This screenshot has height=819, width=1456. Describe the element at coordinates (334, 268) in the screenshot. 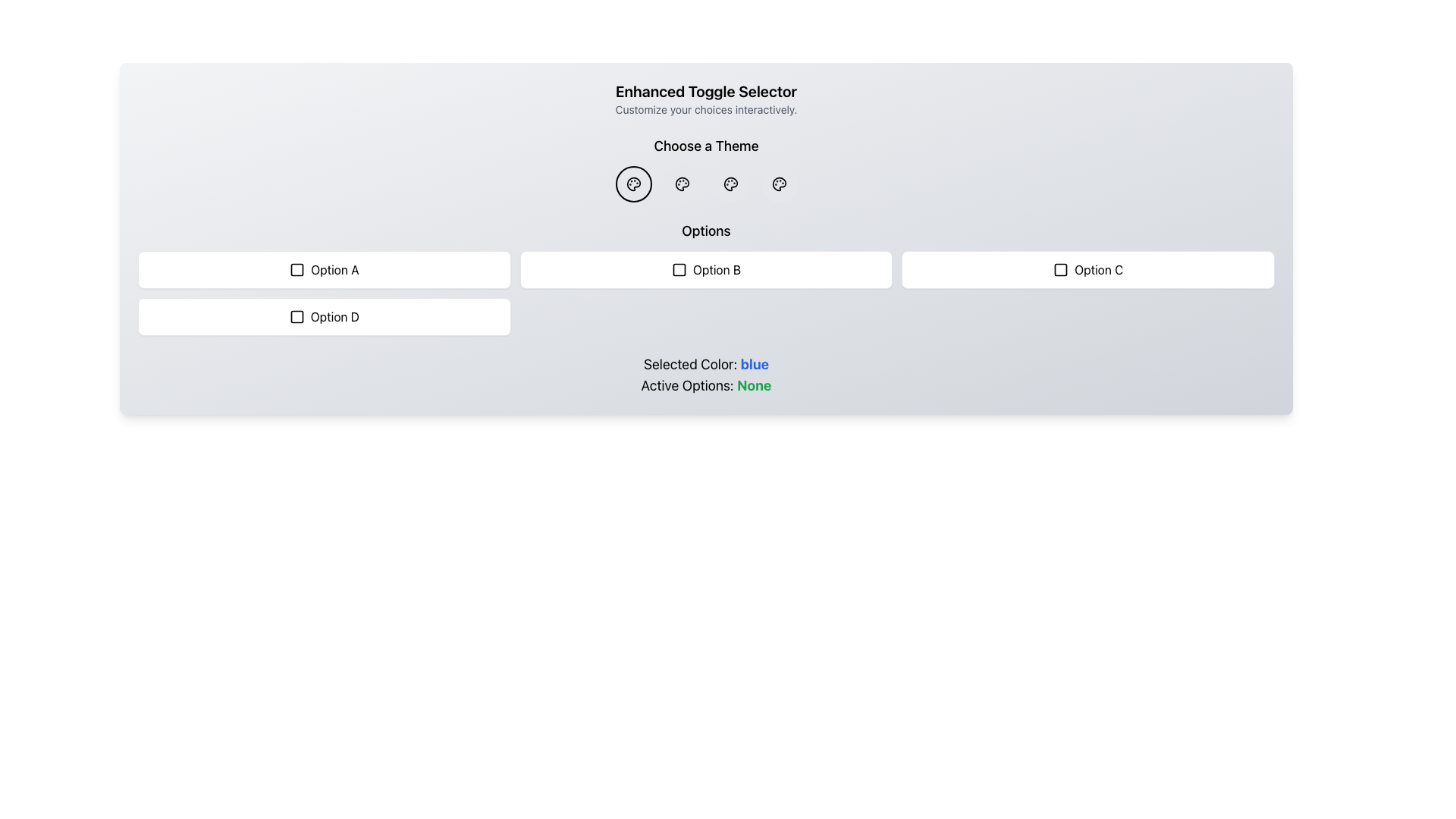

I see `the text label 'Option A' which is part of the first selectable card in the options grid, located below the 'Options' header` at that location.